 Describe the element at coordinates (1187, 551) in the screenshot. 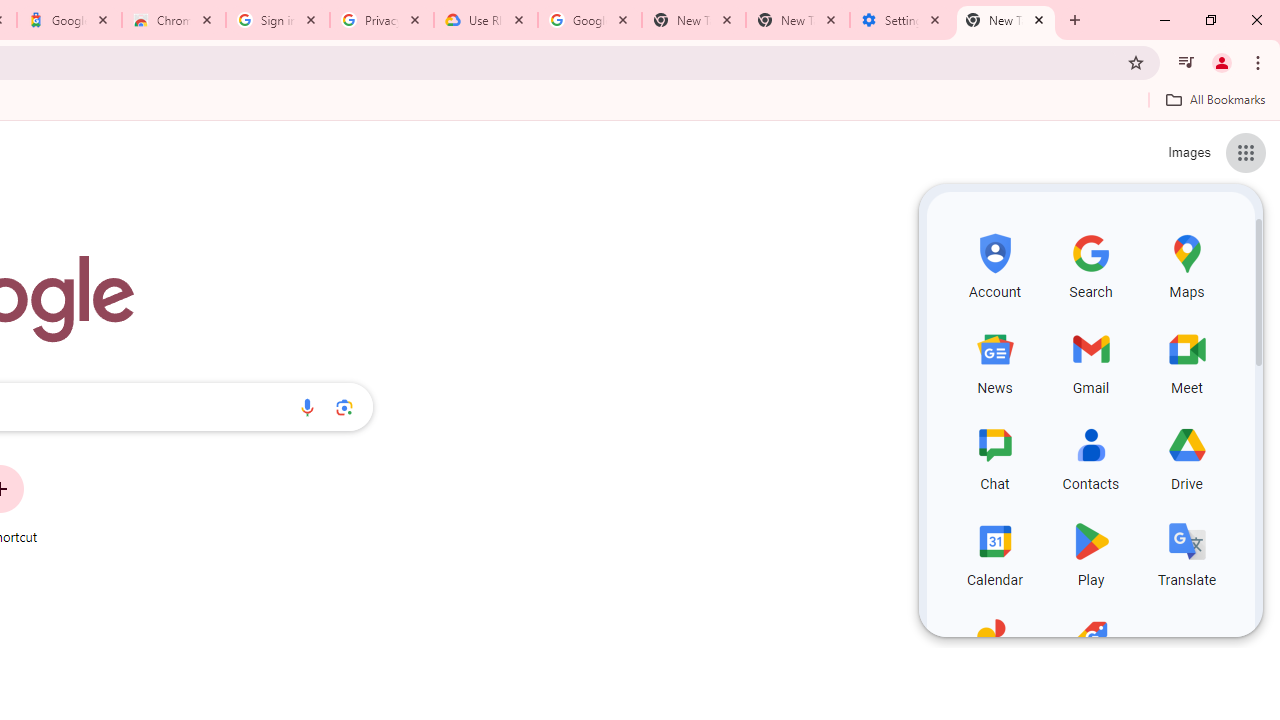

I see `'Translate, row 4 of 5 and column 3 of 3 in the first section'` at that location.